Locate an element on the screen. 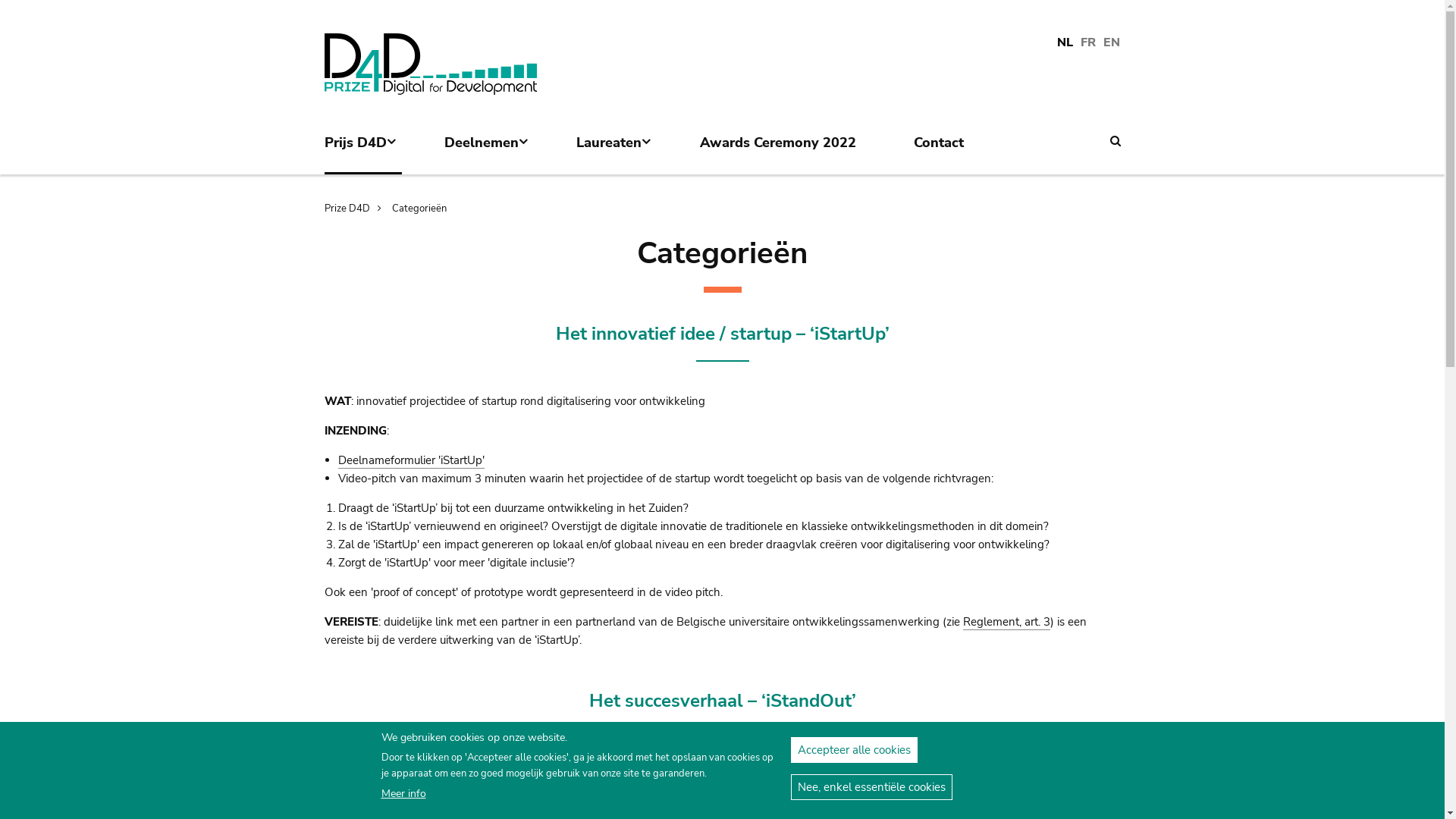 The image size is (1456, 819). 'Accepteer alle cookies' is located at coordinates (789, 748).